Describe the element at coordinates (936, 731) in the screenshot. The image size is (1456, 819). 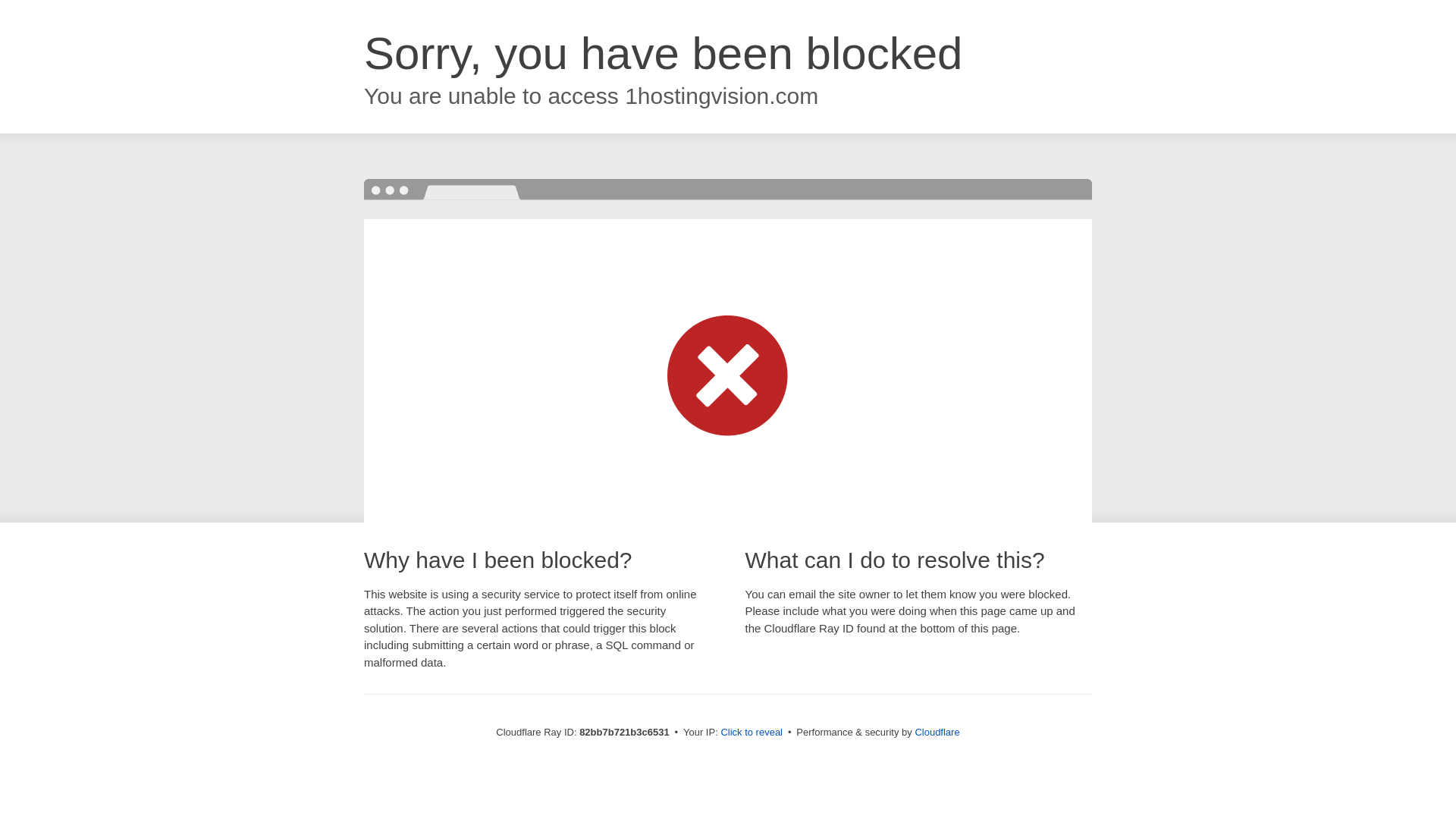
I see `'Cloudflare'` at that location.